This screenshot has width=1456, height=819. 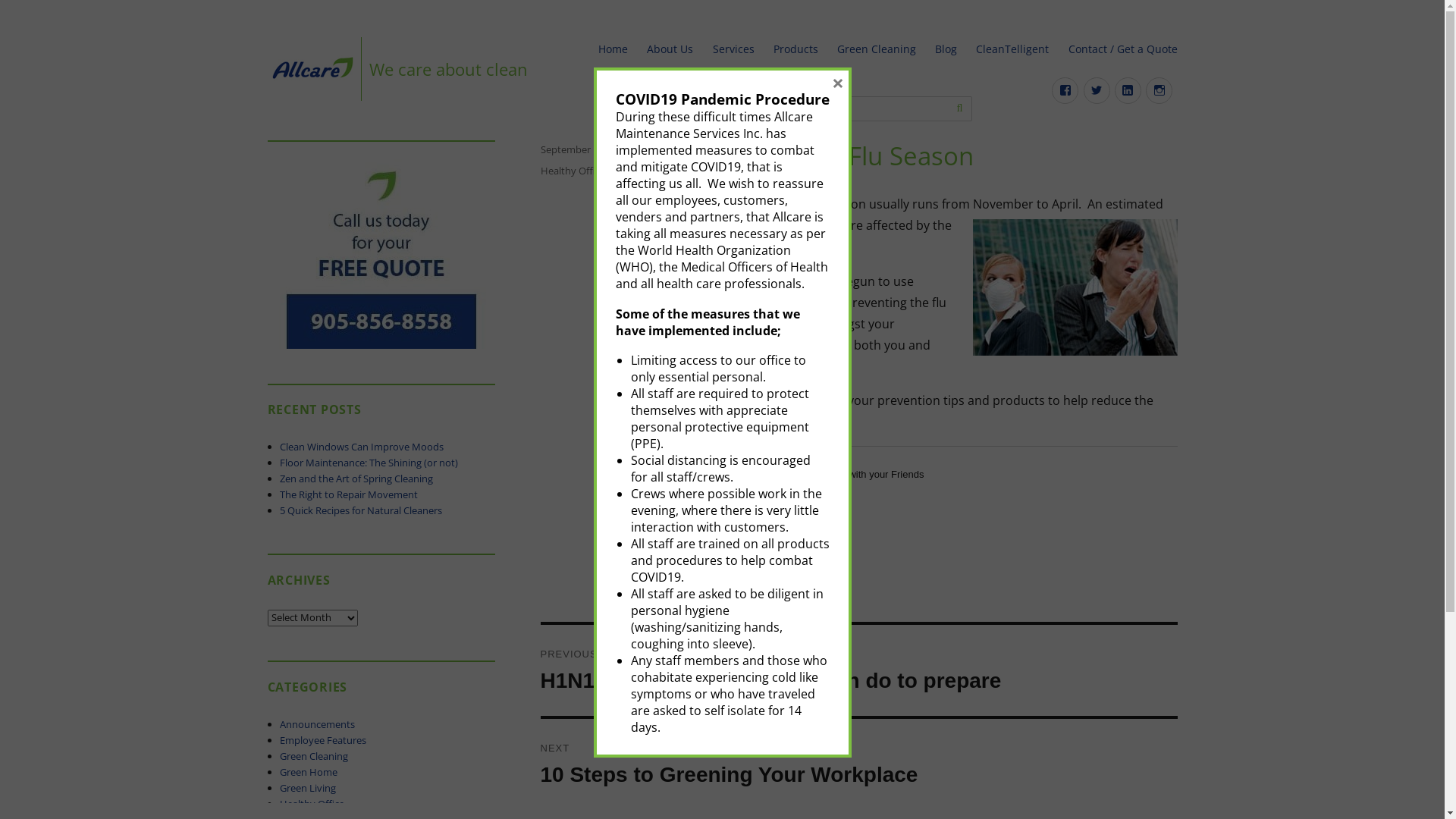 What do you see at coordinates (360, 446) in the screenshot?
I see `'Clean Windows Can Improve Moods'` at bounding box center [360, 446].